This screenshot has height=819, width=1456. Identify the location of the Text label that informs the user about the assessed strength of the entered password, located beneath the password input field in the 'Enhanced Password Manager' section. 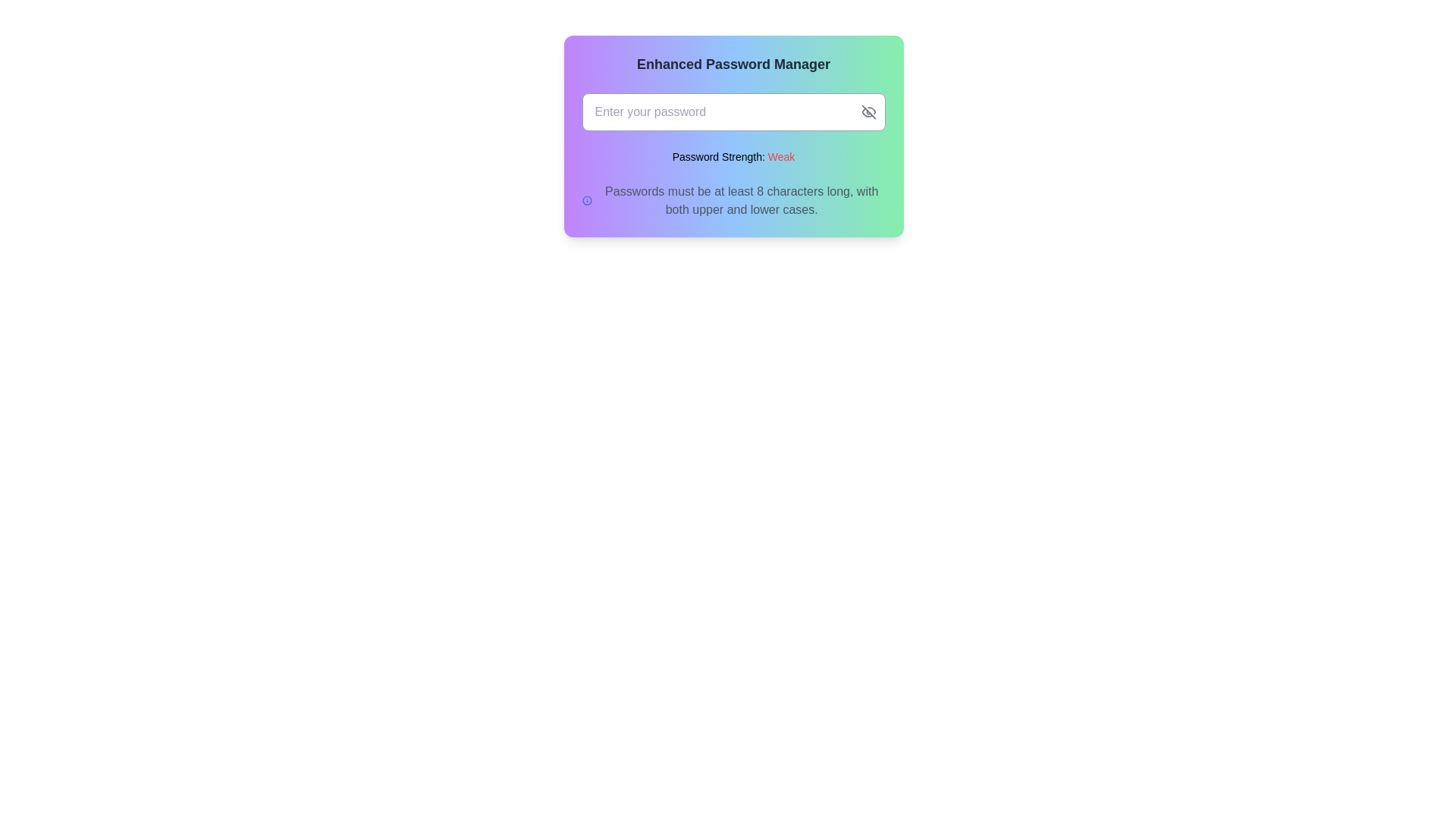
(733, 157).